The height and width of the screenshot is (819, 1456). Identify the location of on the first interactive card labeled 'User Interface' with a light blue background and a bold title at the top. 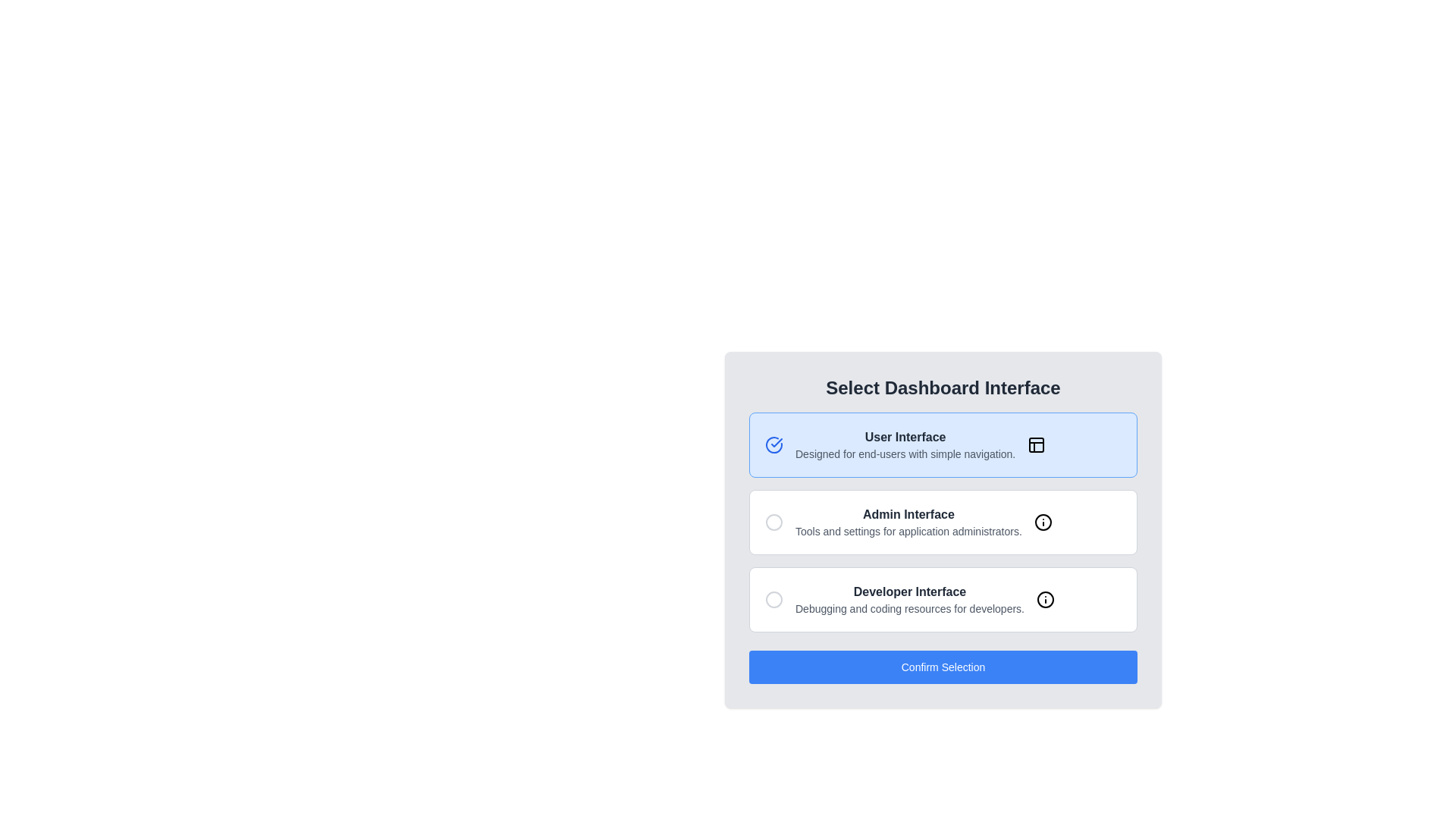
(942, 444).